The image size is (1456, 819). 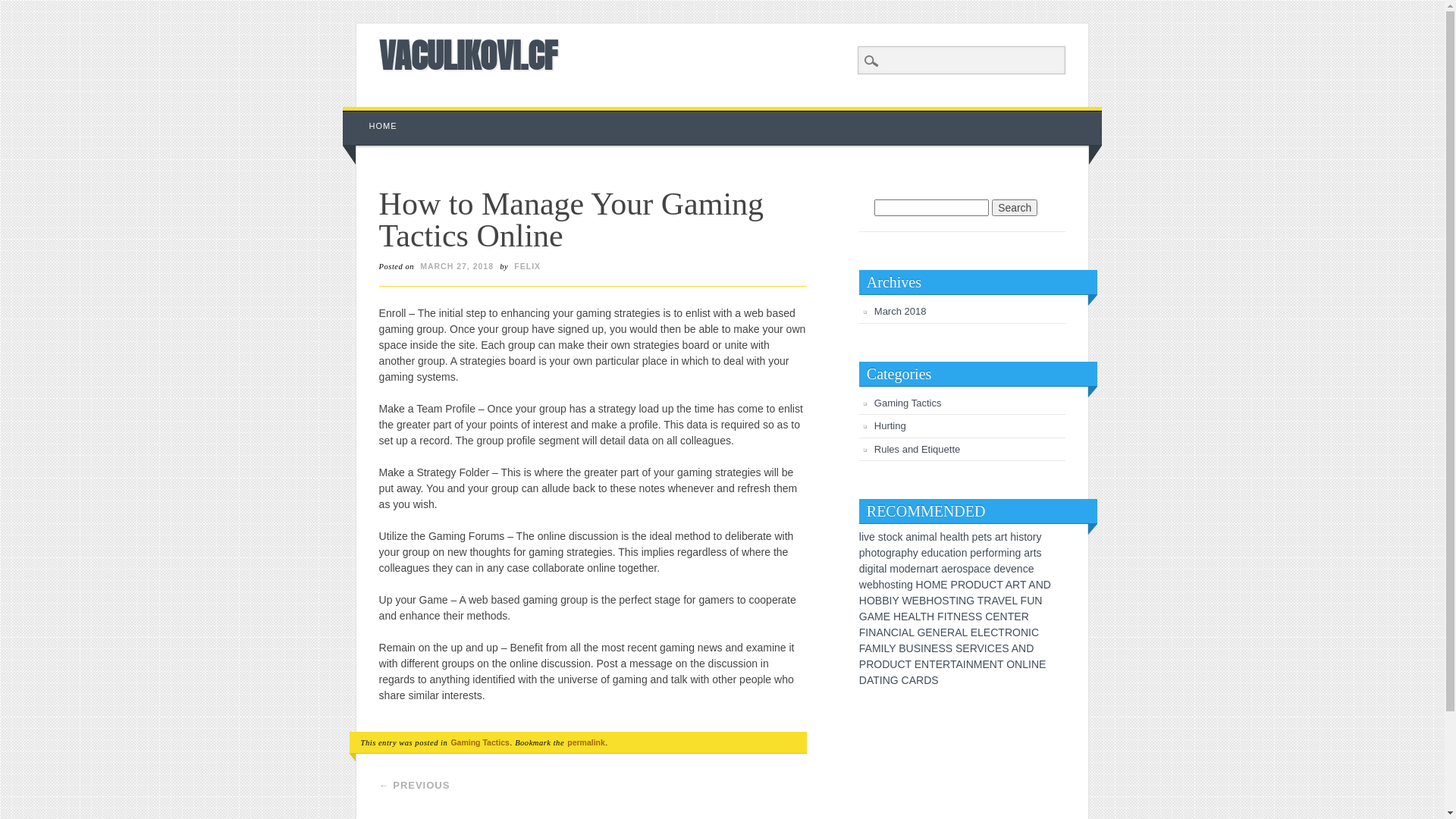 What do you see at coordinates (862, 536) in the screenshot?
I see `'i'` at bounding box center [862, 536].